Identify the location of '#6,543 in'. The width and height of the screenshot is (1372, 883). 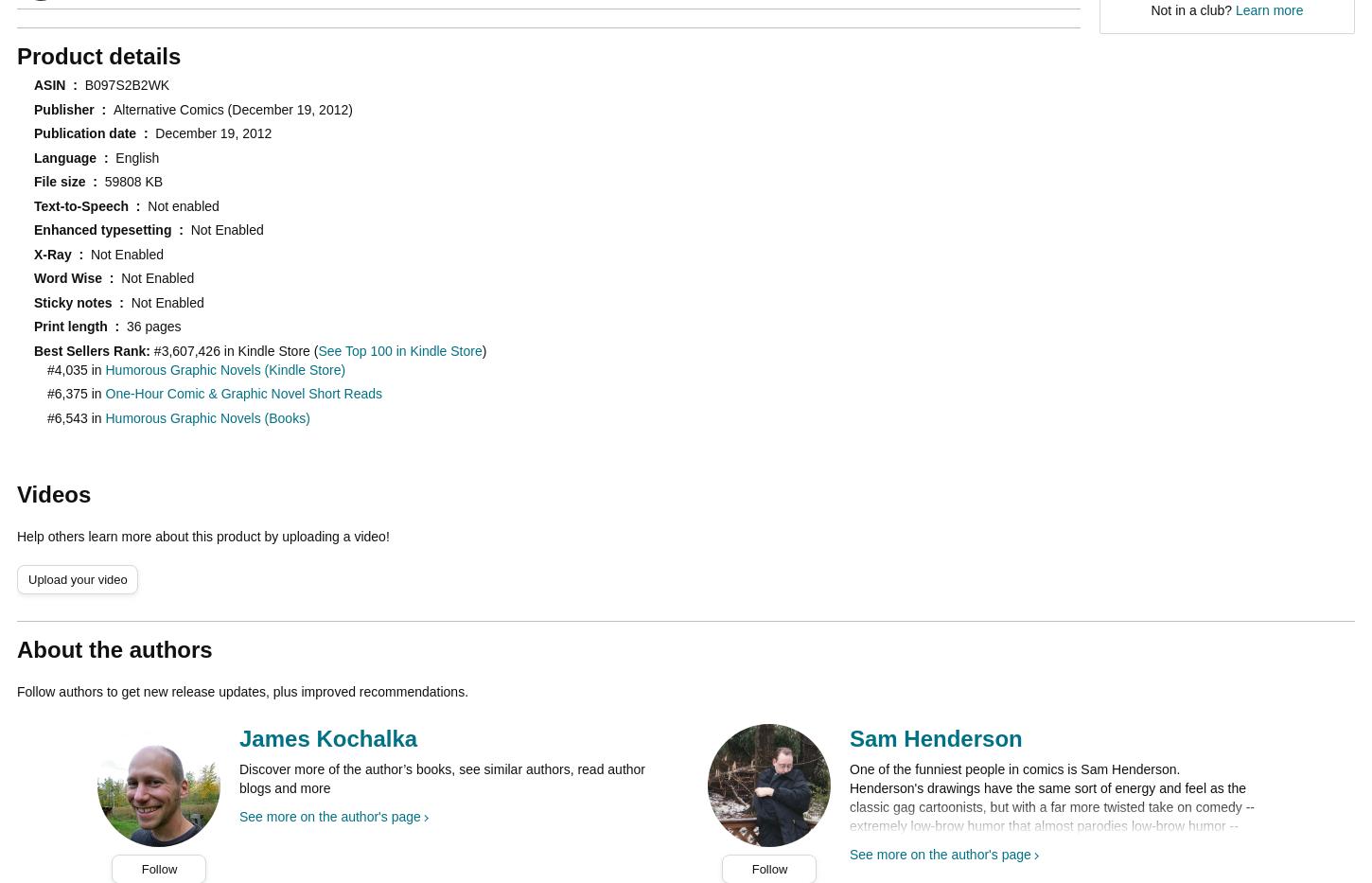
(76, 416).